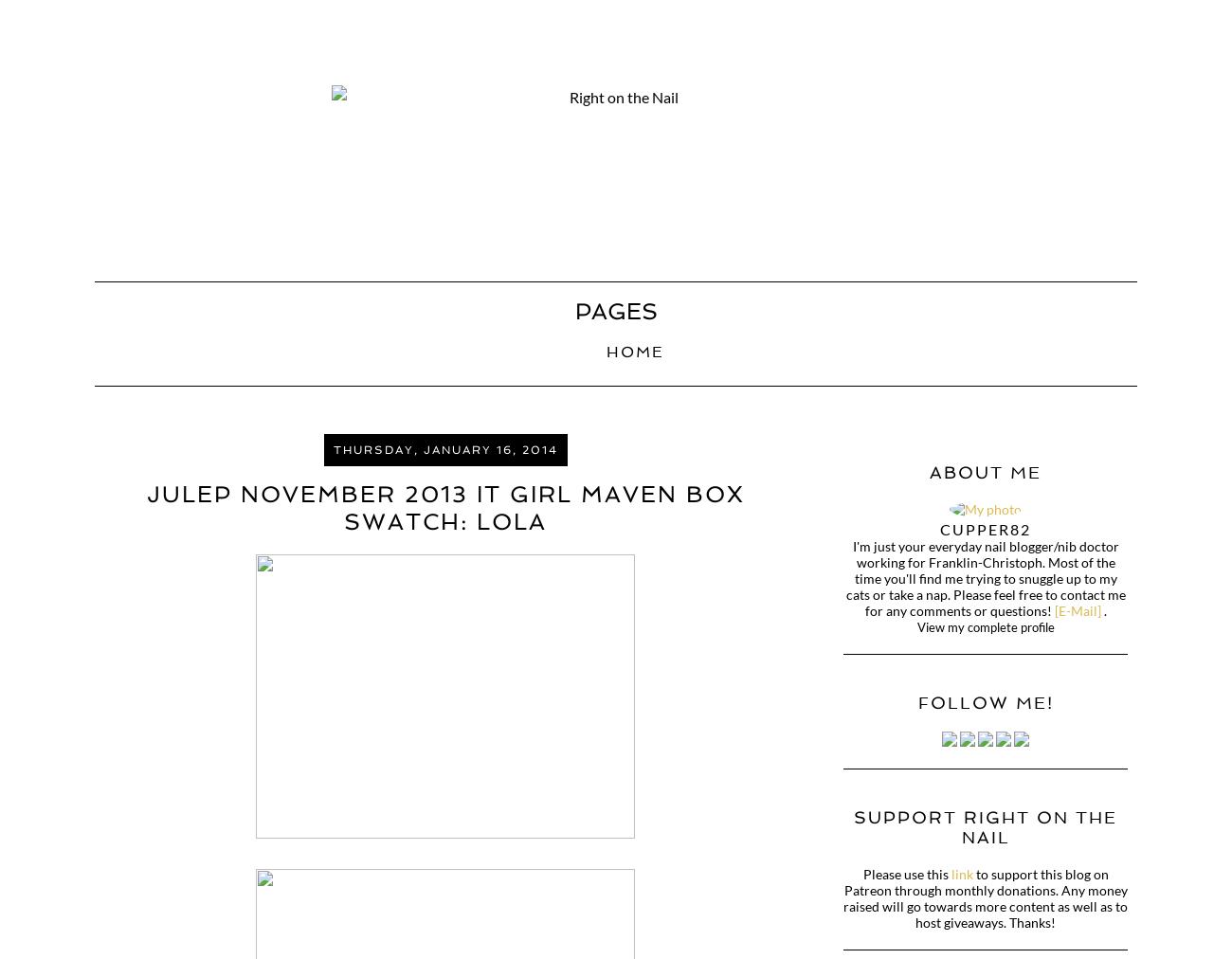 Image resolution: width=1232 pixels, height=959 pixels. I want to click on 'Julep November 2013 It Girl Maven Box Swatch: Lola', so click(444, 506).